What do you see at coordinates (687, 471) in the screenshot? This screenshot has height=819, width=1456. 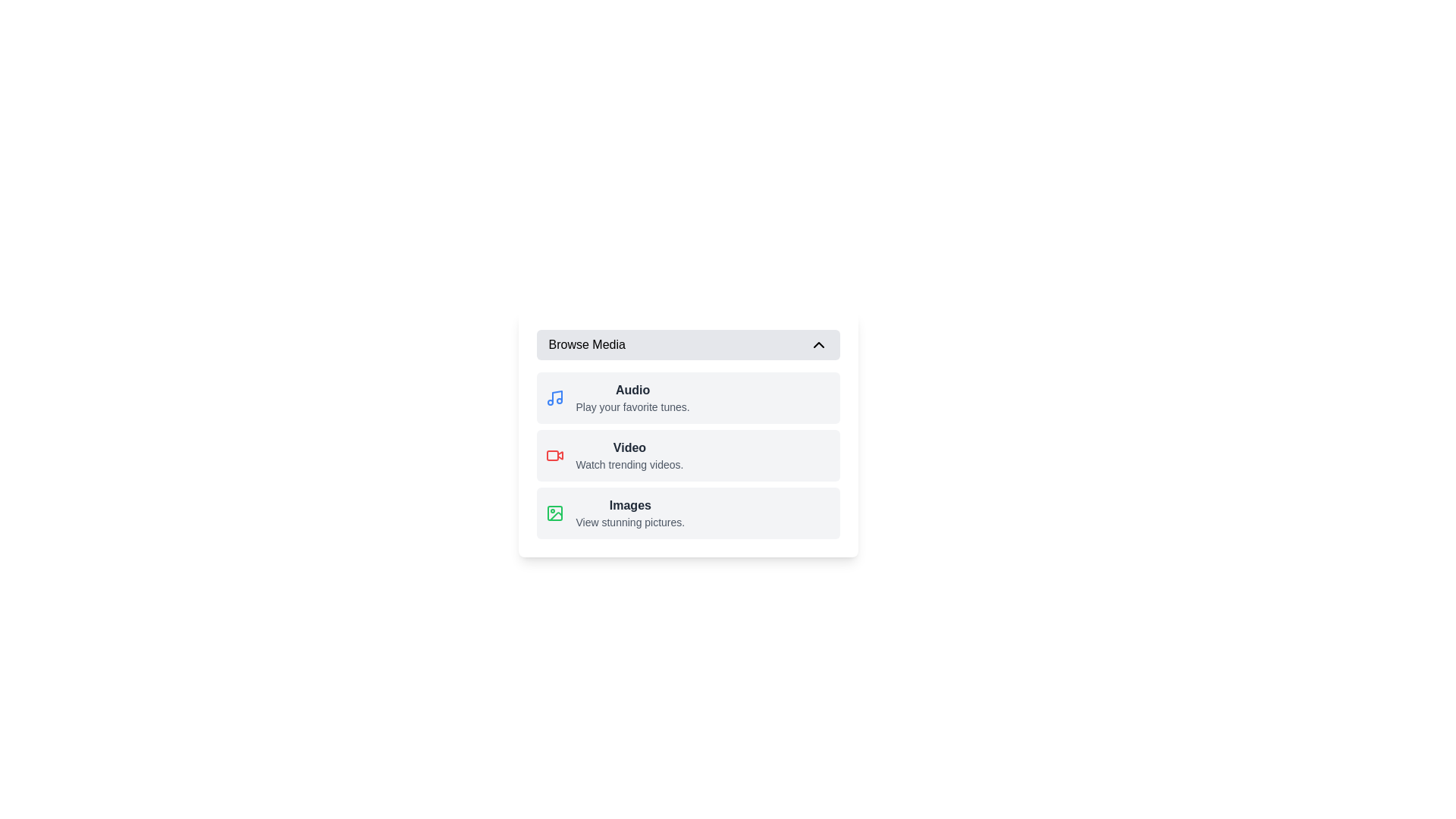 I see `the 'Video' menu item, which is the second option in the 'Browse Media' section` at bounding box center [687, 471].